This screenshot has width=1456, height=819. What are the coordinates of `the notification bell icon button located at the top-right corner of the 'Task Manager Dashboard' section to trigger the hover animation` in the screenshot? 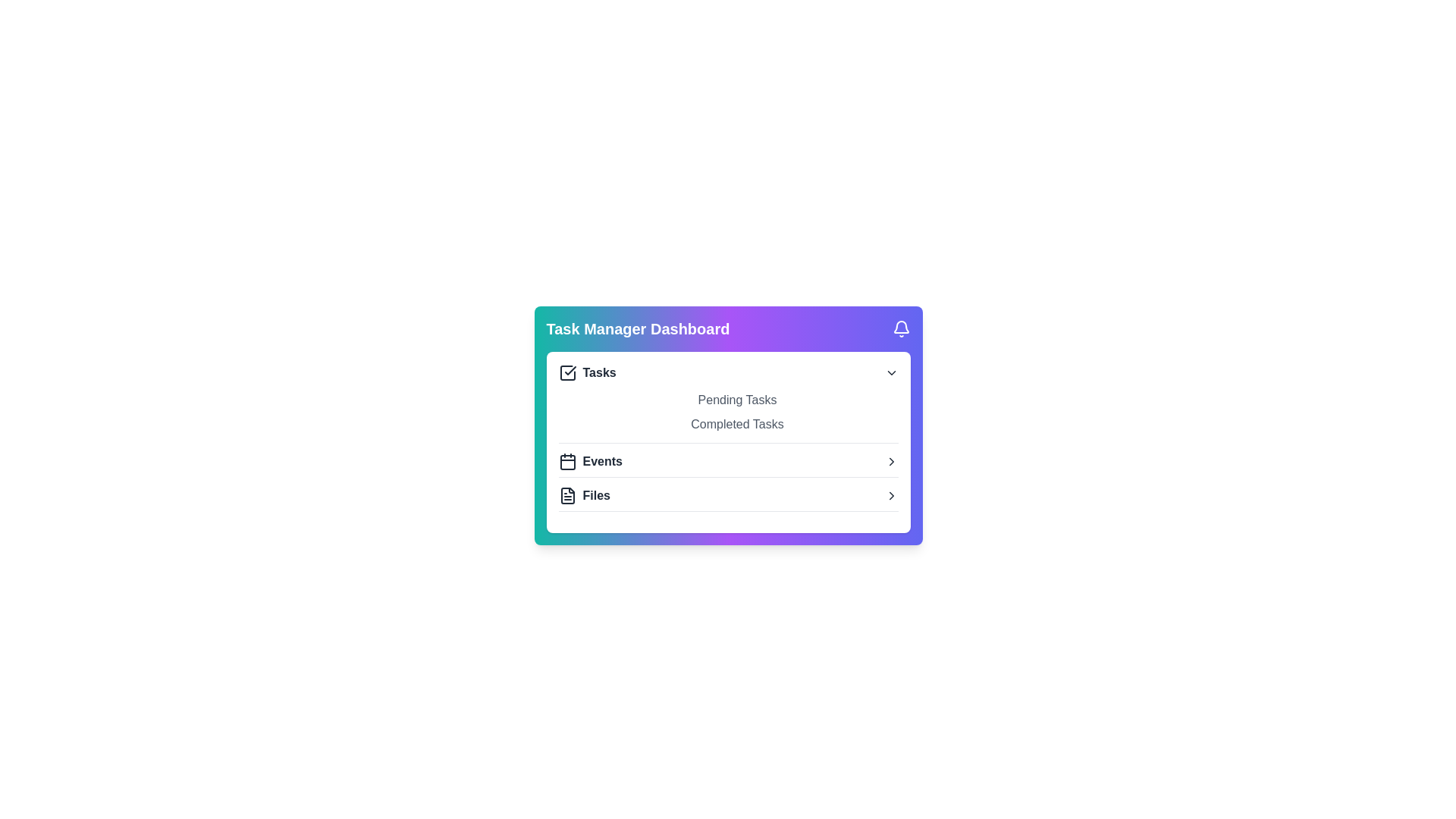 It's located at (901, 328).